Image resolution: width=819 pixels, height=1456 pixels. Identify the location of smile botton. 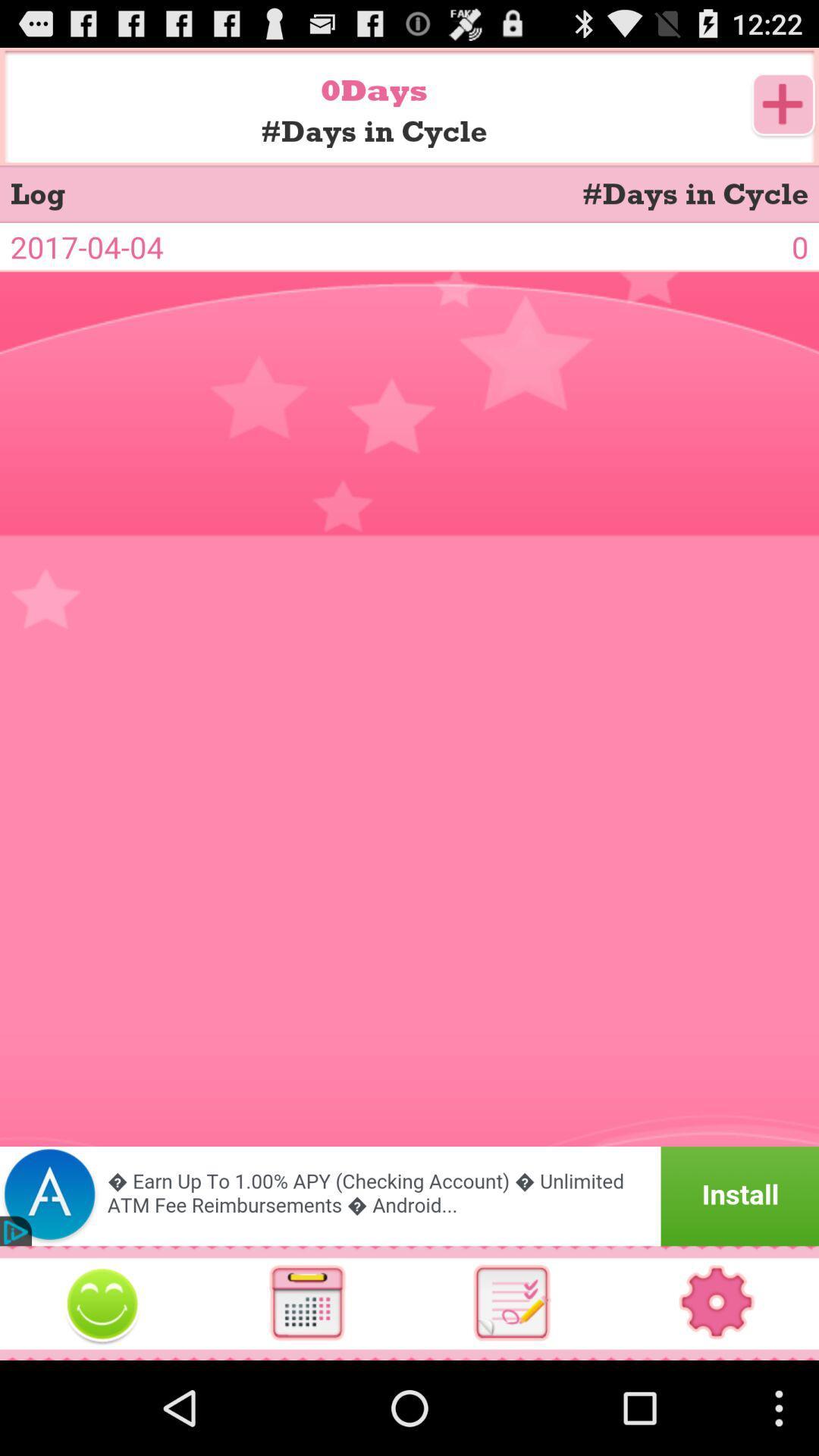
(102, 1302).